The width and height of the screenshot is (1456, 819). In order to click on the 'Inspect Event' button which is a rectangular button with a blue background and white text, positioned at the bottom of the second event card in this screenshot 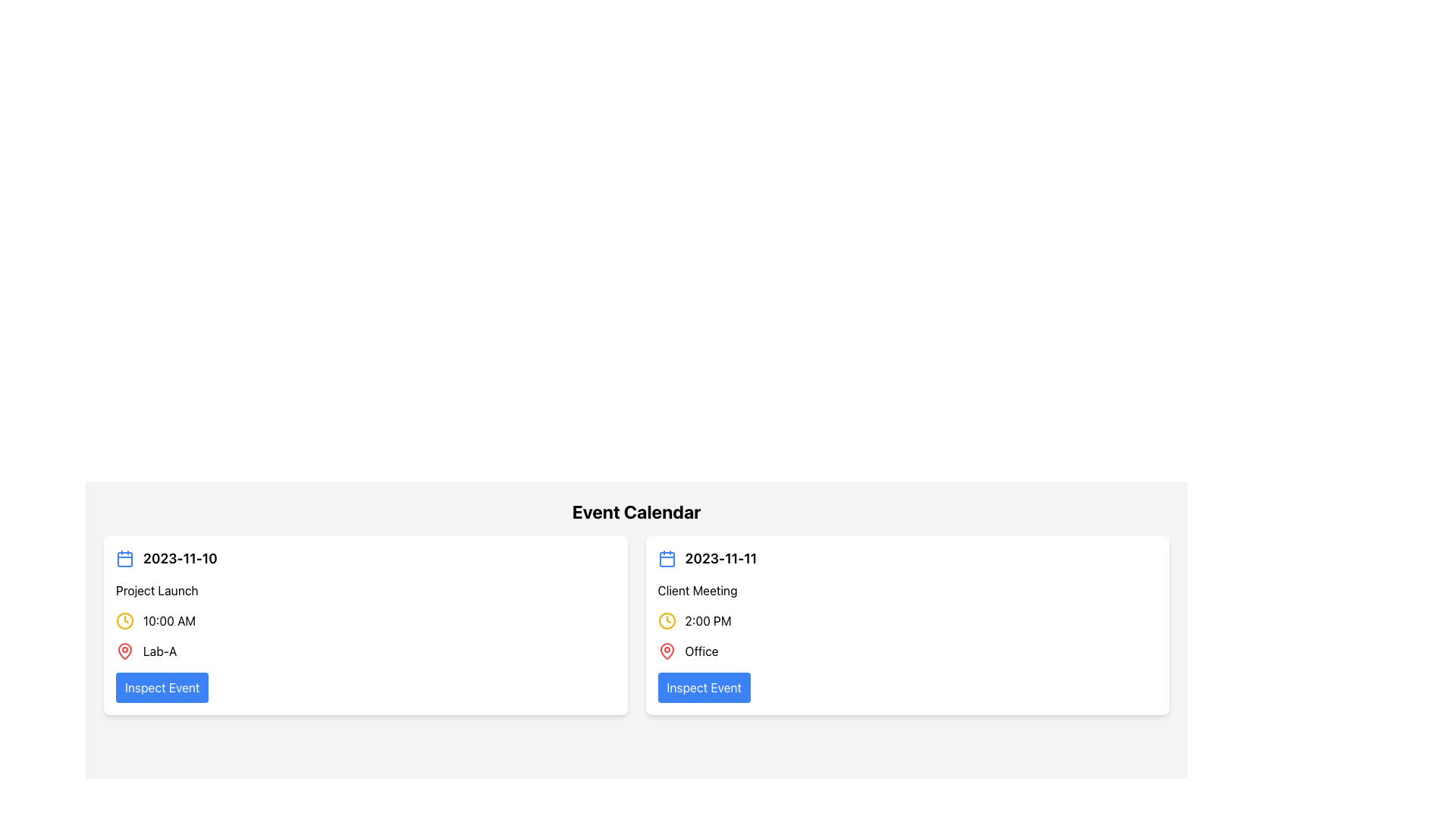, I will do `click(703, 687)`.